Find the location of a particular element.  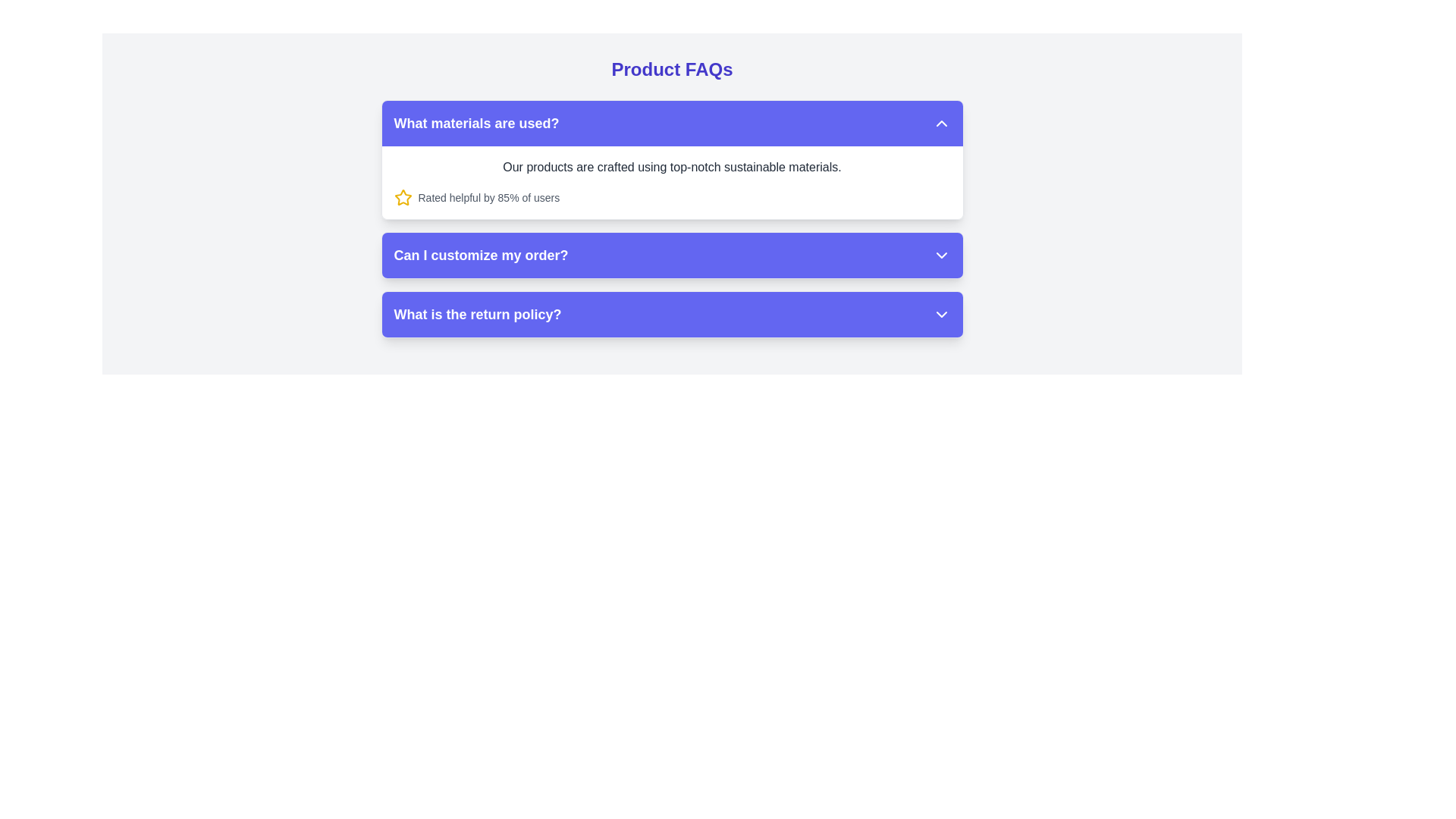

the text element displaying 'Our products are crafted using top-notch sustainable materials.' located at the top of the FAQ component under the question 'What materials are used?' is located at coordinates (671, 167).